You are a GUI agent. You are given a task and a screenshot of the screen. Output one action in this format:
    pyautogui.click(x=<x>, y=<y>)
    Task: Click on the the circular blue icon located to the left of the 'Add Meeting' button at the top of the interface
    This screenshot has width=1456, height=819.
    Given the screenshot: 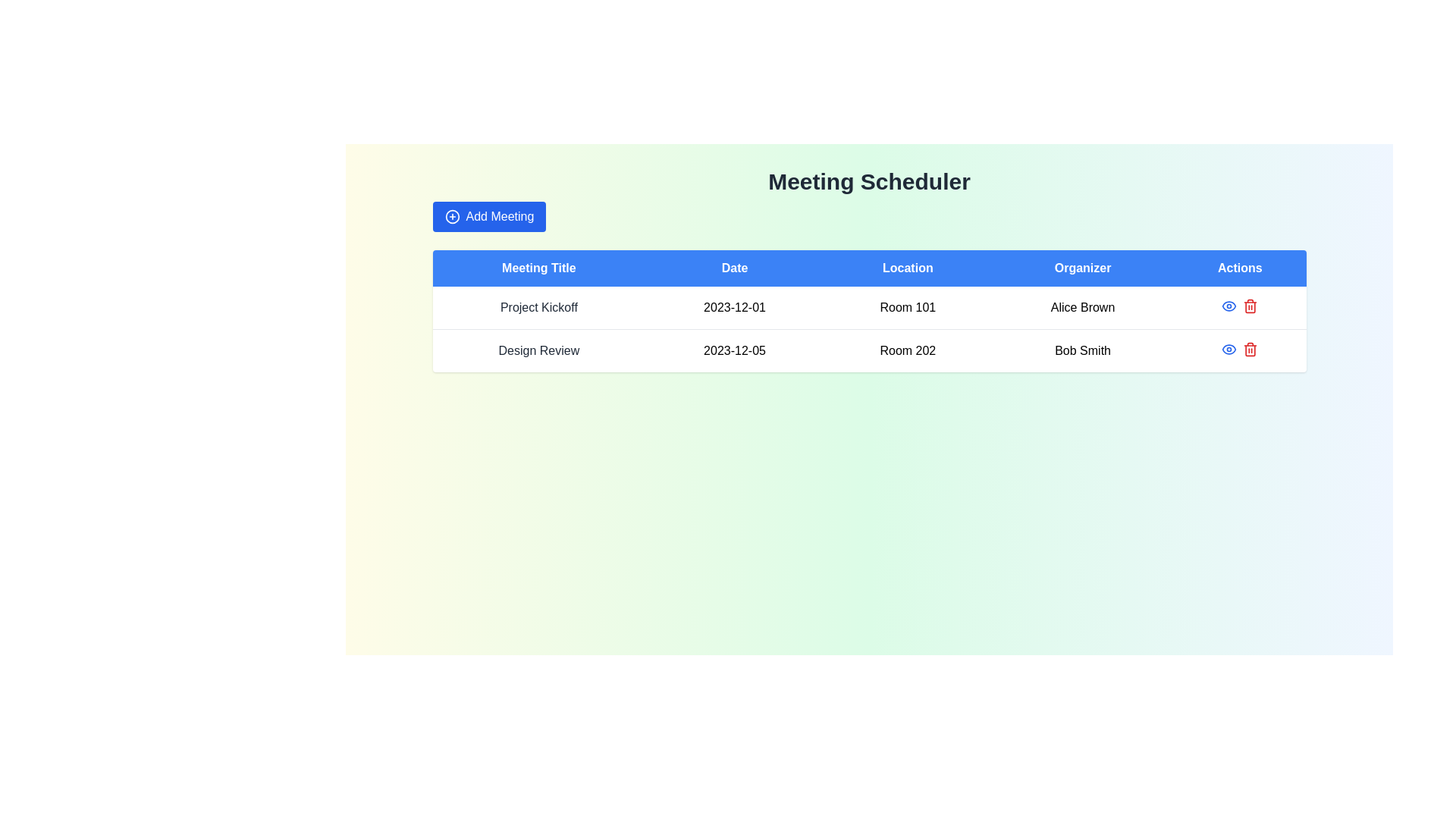 What is the action you would take?
    pyautogui.click(x=451, y=216)
    